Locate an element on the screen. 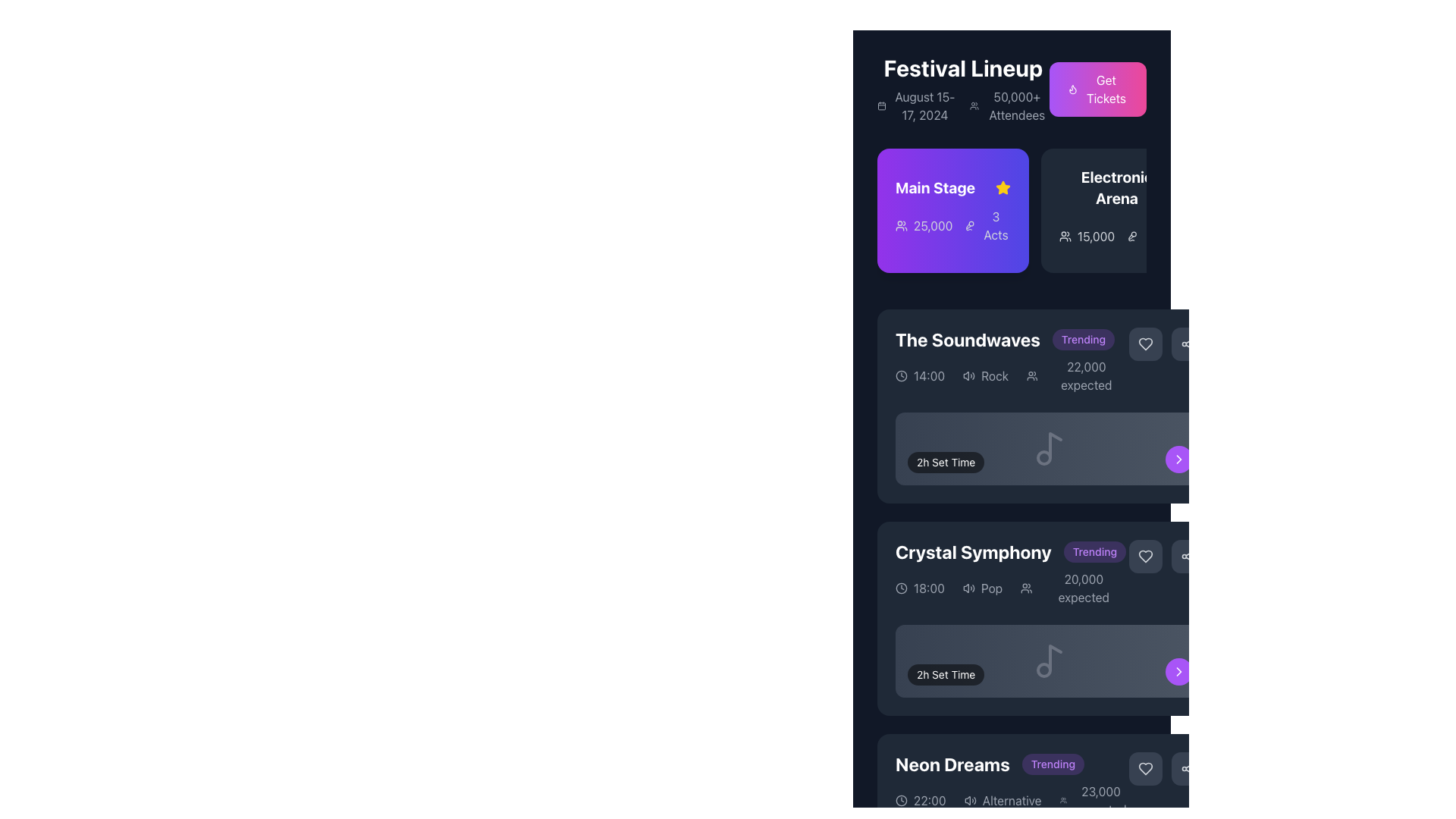 Image resolution: width=1456 pixels, height=819 pixels. the Text Label with an Icon that indicates the time of the 'Neon Dreams' event, positioned below the event title and next to genre and audience size information is located at coordinates (920, 800).